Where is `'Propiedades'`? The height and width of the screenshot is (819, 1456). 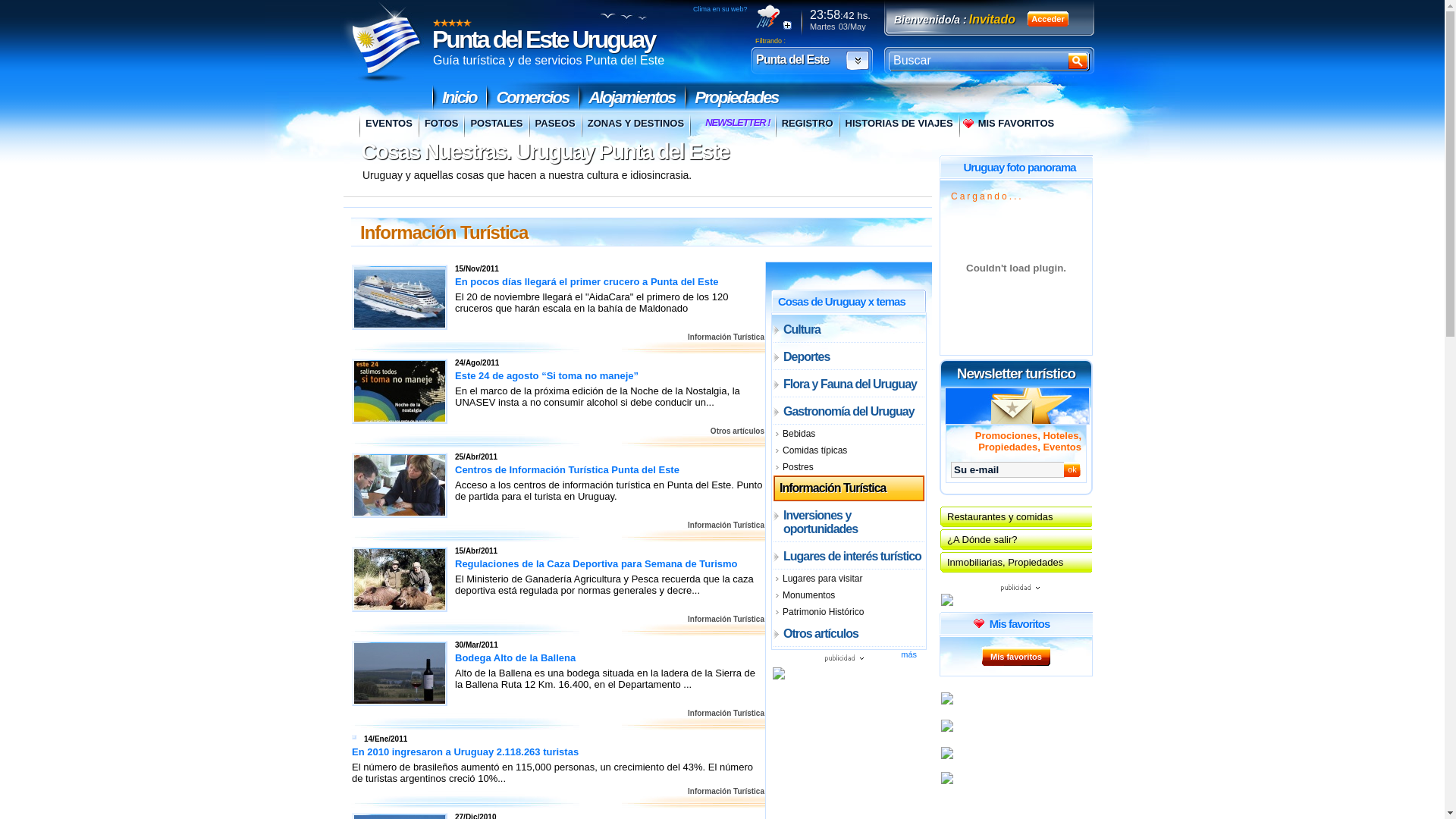
'Propiedades' is located at coordinates (736, 97).